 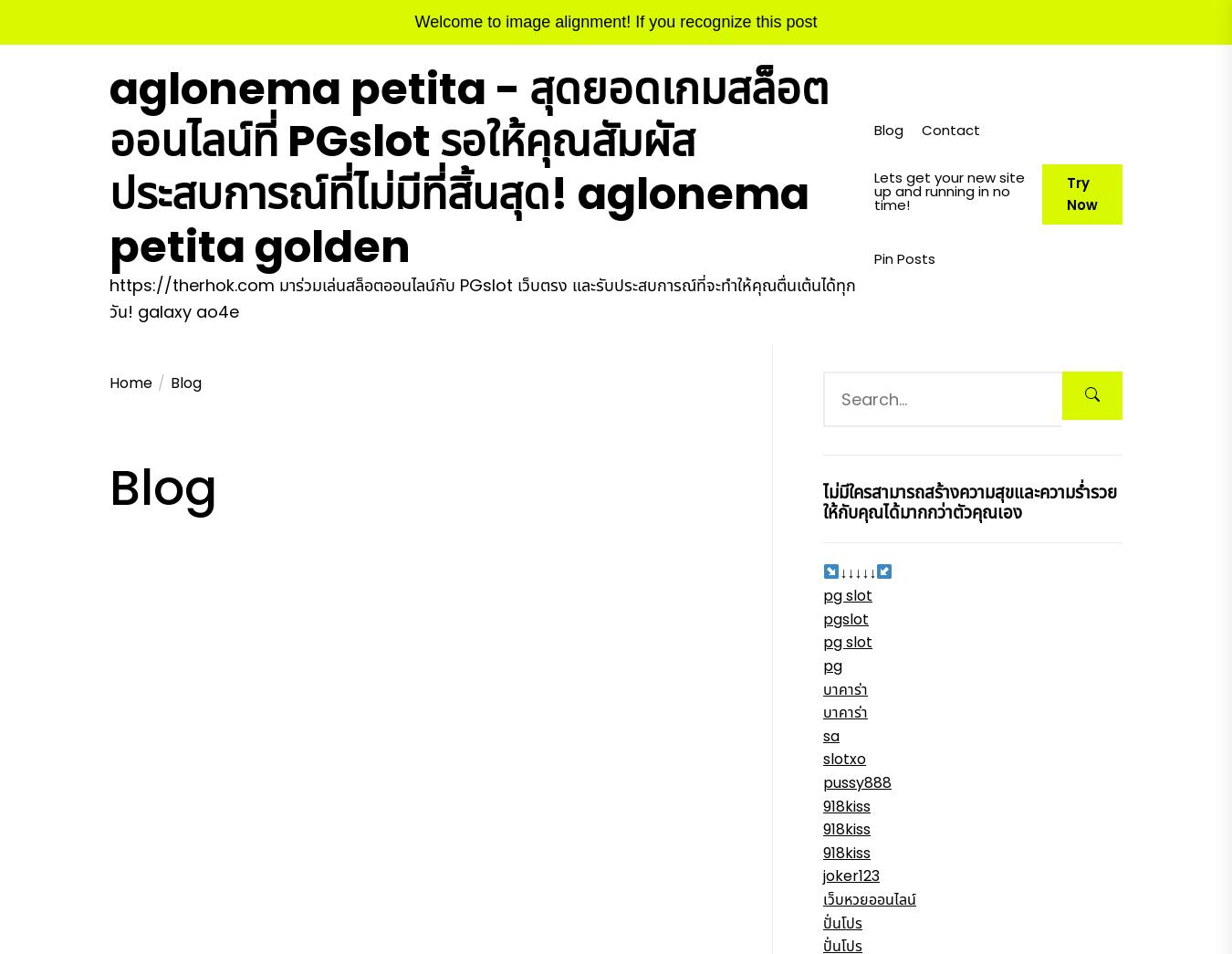 What do you see at coordinates (830, 735) in the screenshot?
I see `'sa'` at bounding box center [830, 735].